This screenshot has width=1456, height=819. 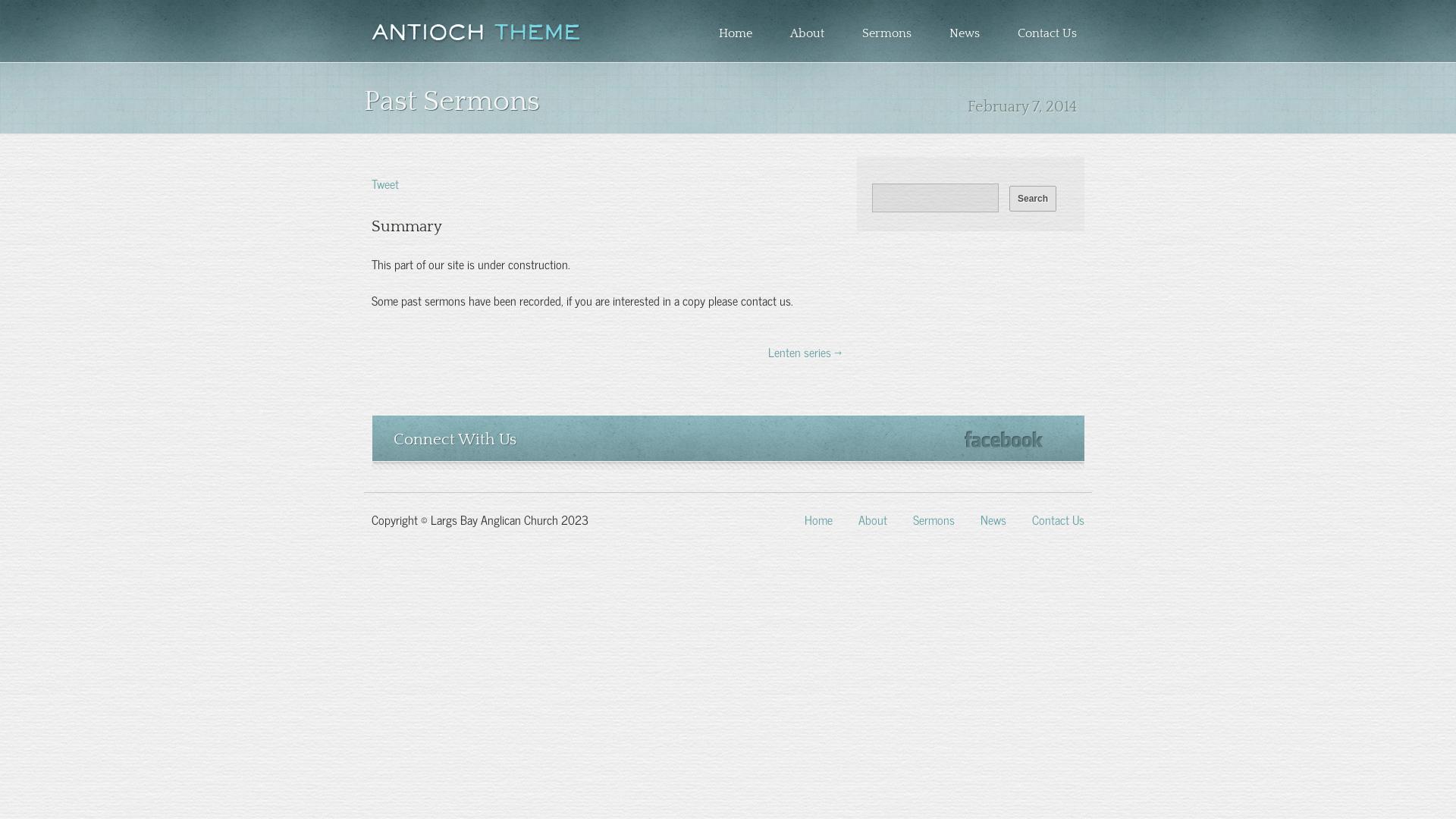 What do you see at coordinates (1032, 198) in the screenshot?
I see `'Search'` at bounding box center [1032, 198].